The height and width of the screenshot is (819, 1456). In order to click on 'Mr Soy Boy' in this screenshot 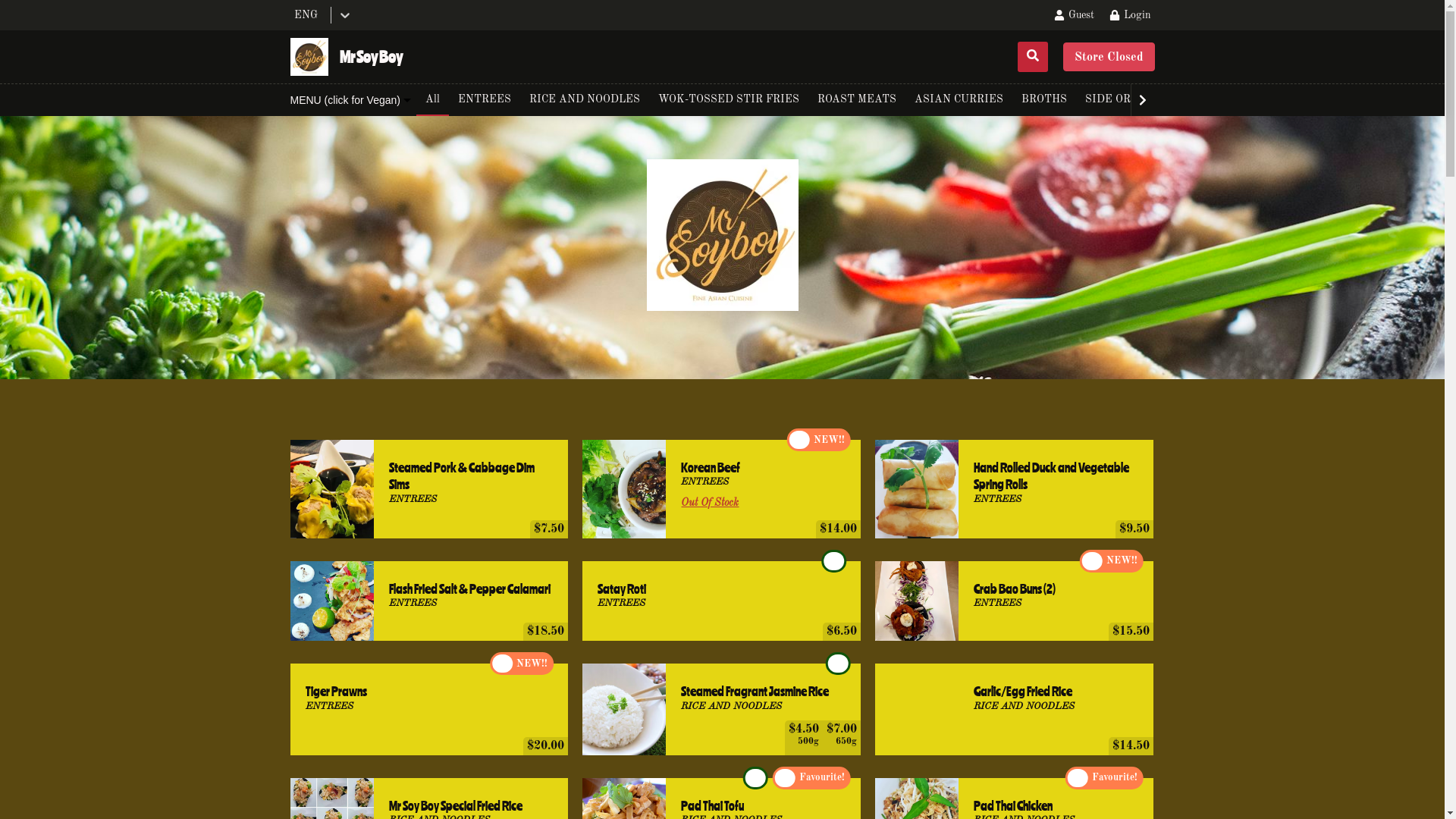, I will do `click(345, 55)`.